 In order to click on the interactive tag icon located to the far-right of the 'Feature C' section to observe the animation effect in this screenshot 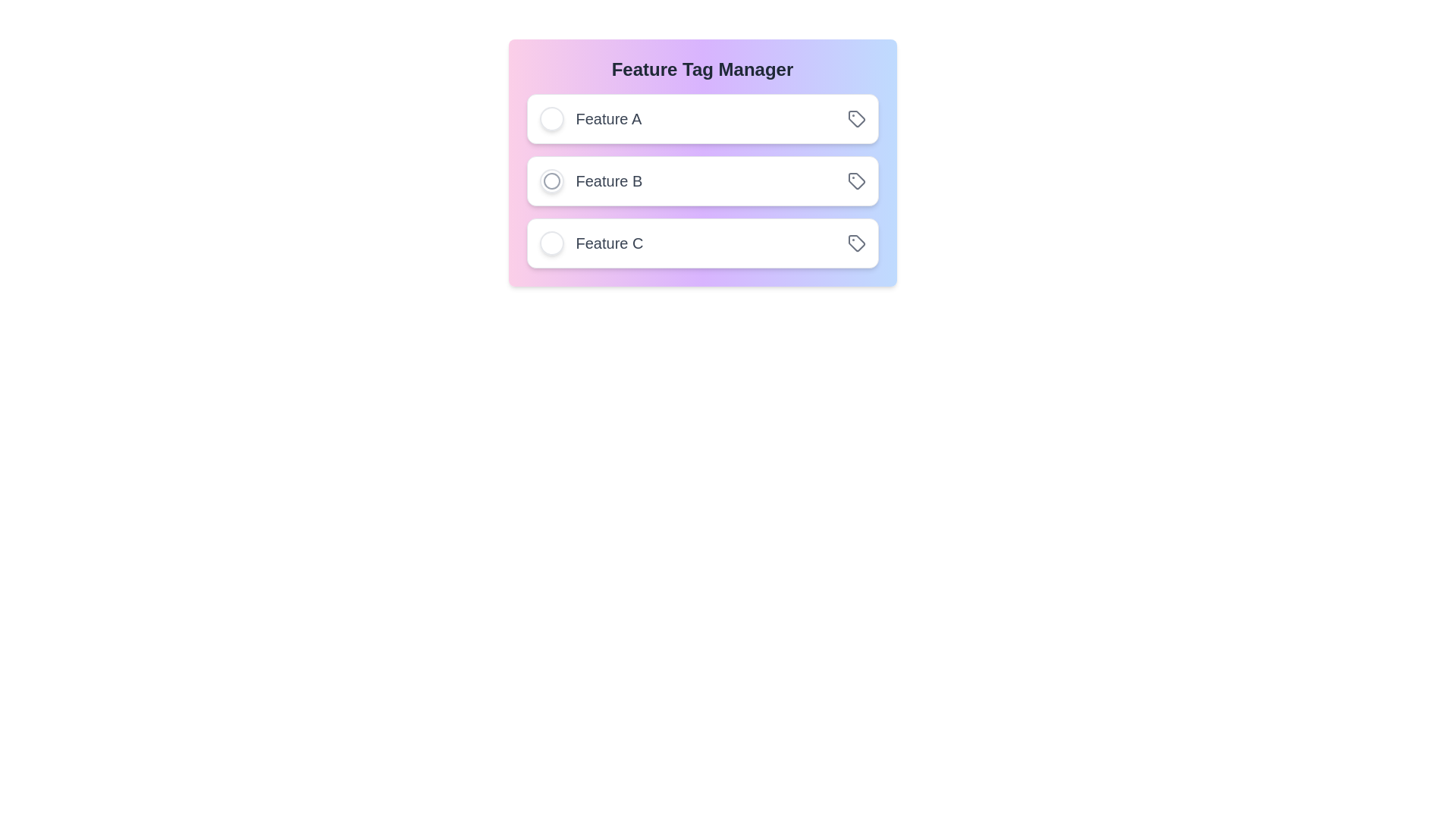, I will do `click(856, 242)`.